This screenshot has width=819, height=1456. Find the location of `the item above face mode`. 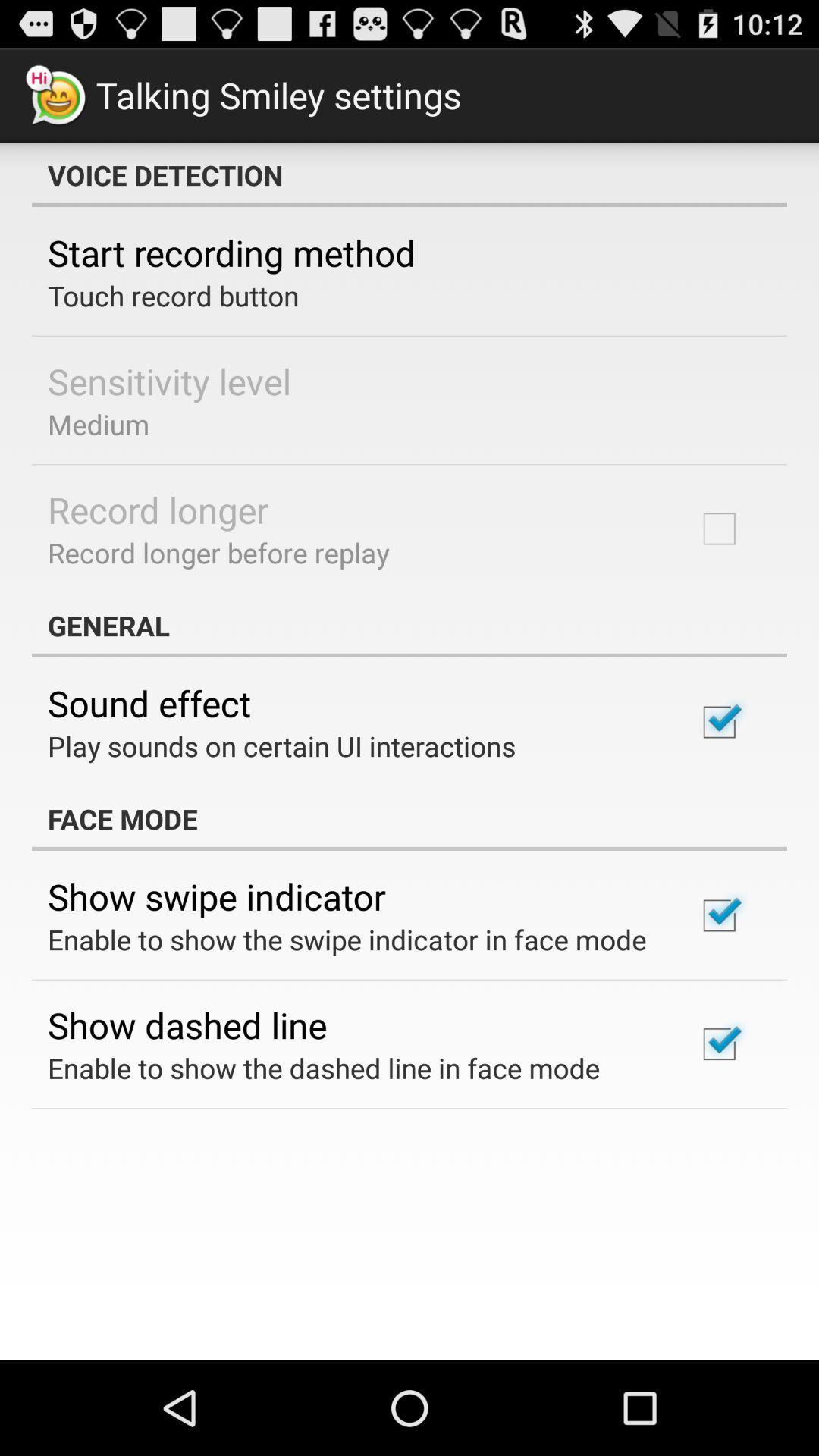

the item above face mode is located at coordinates (281, 745).